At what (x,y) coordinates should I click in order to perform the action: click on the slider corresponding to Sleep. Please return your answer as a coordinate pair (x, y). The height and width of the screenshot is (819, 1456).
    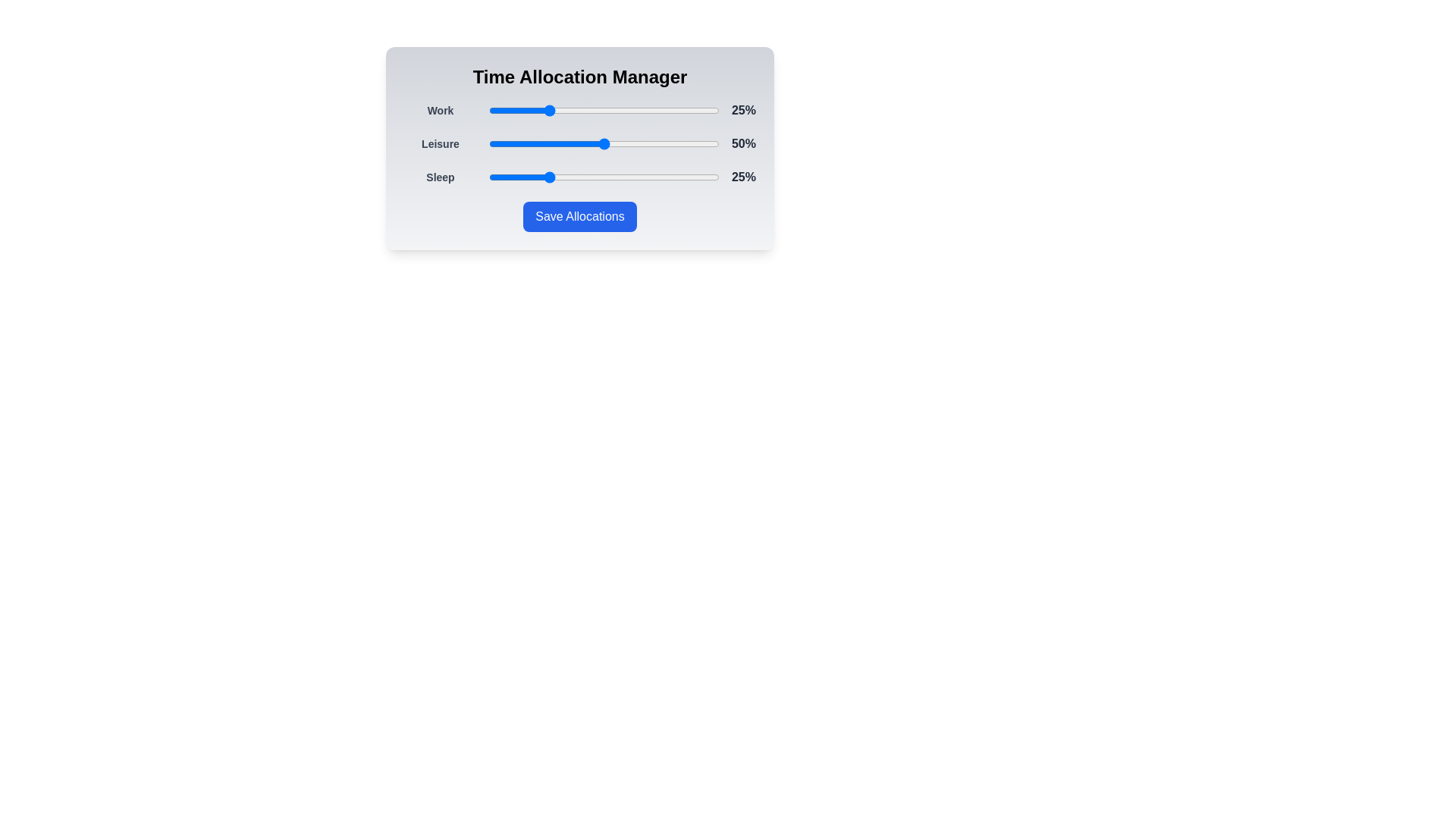
    Looking at the image, I should click on (603, 177).